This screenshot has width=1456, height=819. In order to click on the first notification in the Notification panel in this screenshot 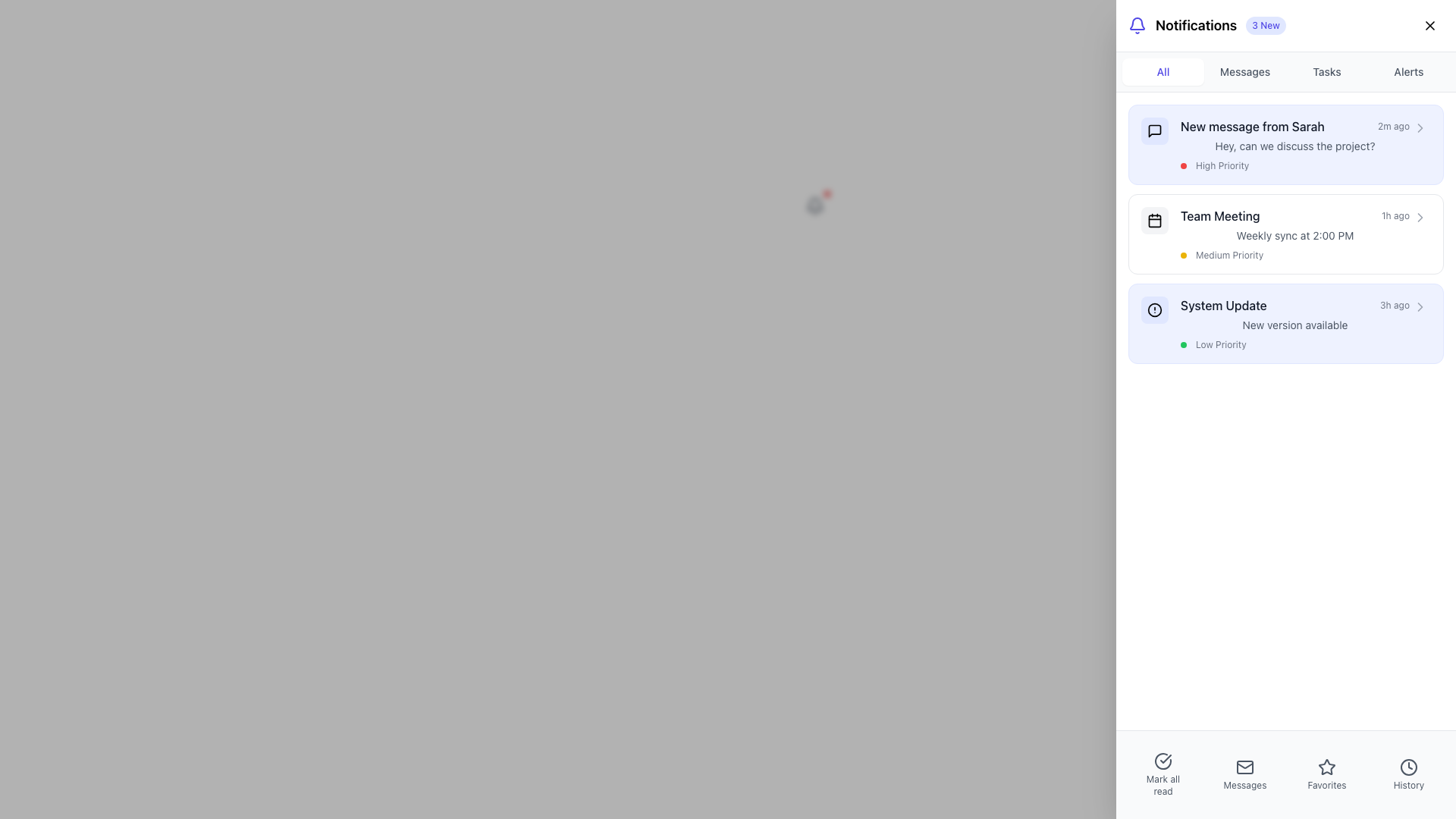, I will do `click(1294, 145)`.